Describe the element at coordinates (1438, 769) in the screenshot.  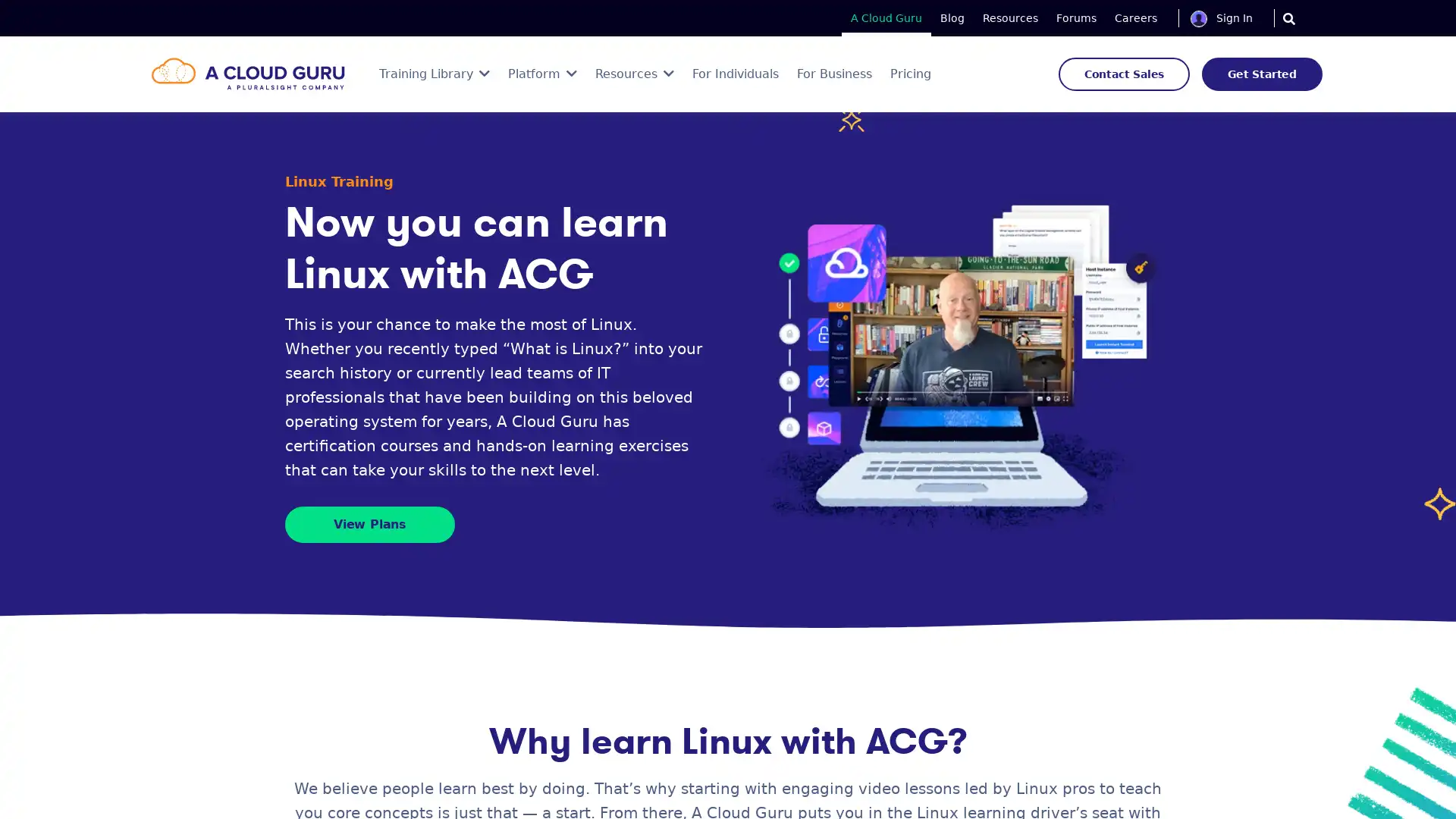
I see `Close` at that location.